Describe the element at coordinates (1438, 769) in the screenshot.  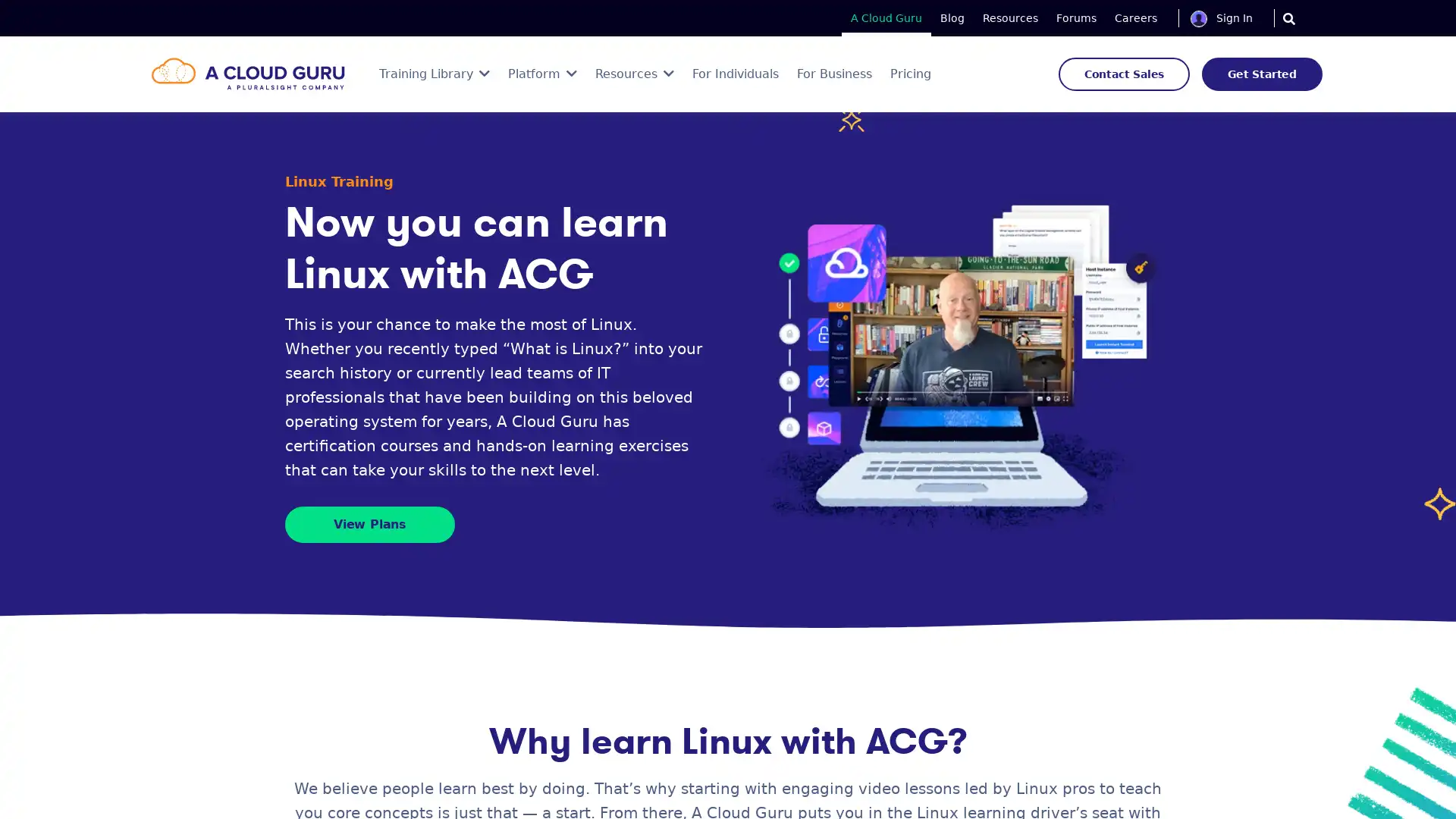
I see `Close` at that location.